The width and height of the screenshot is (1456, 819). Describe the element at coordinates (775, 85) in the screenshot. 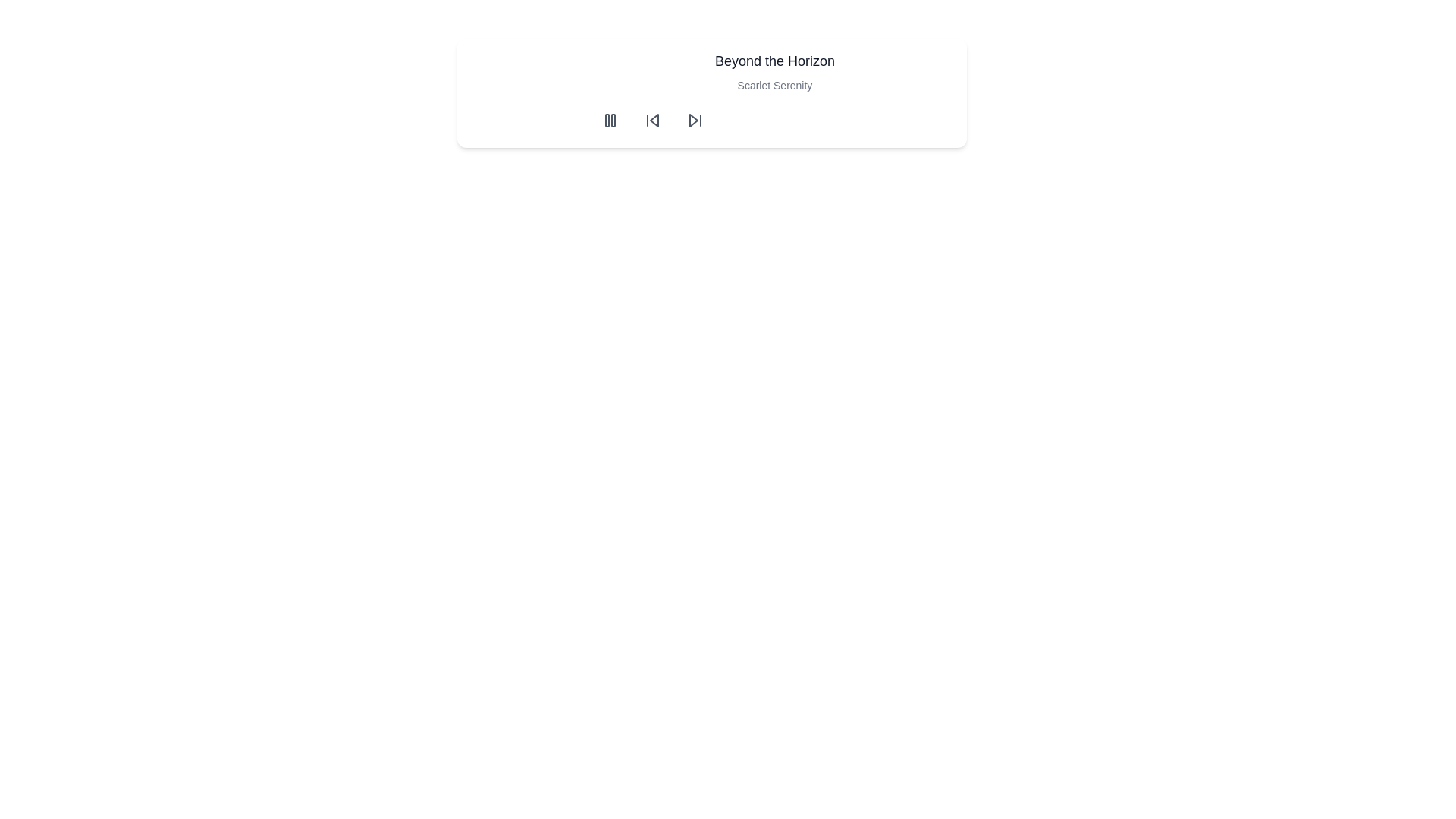

I see `the text label located below the title 'Beyond the Horizon', which serves as a subtitle or detail, by clicking on its center` at that location.